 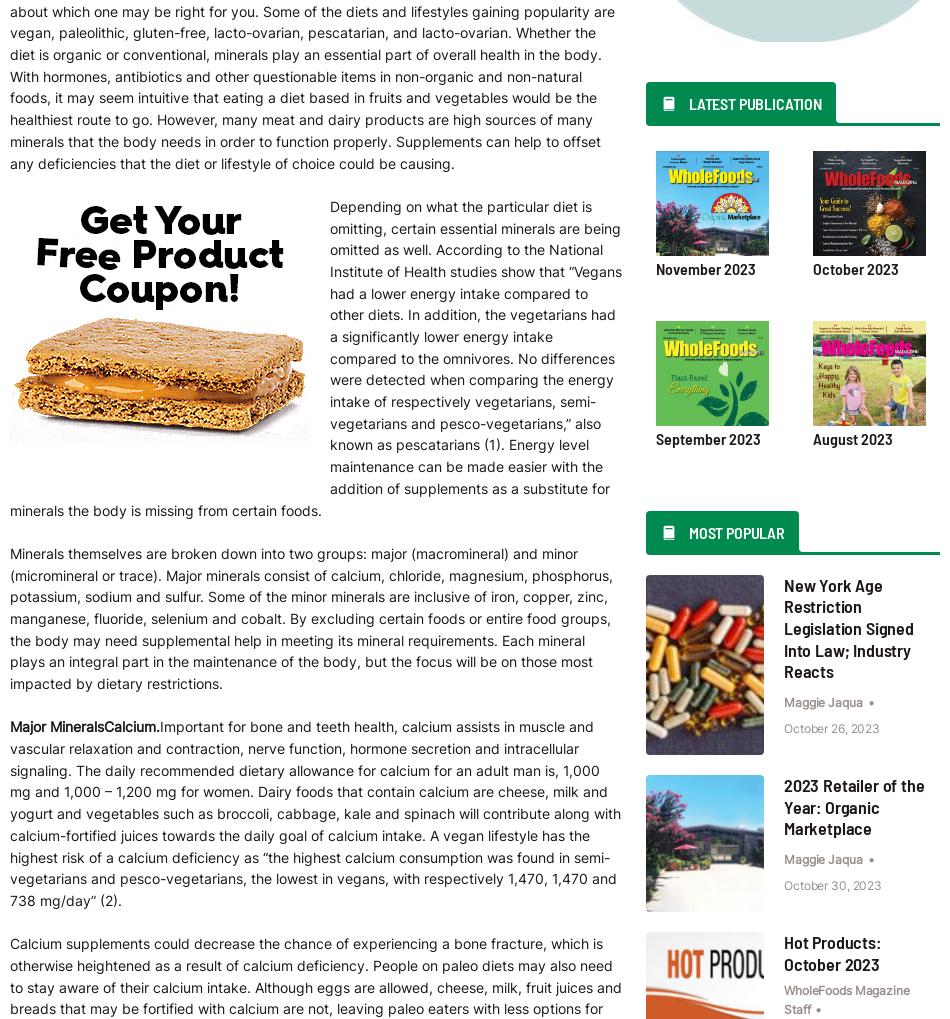 I want to click on 'WholeFoods Magazine Staff', so click(x=845, y=999).